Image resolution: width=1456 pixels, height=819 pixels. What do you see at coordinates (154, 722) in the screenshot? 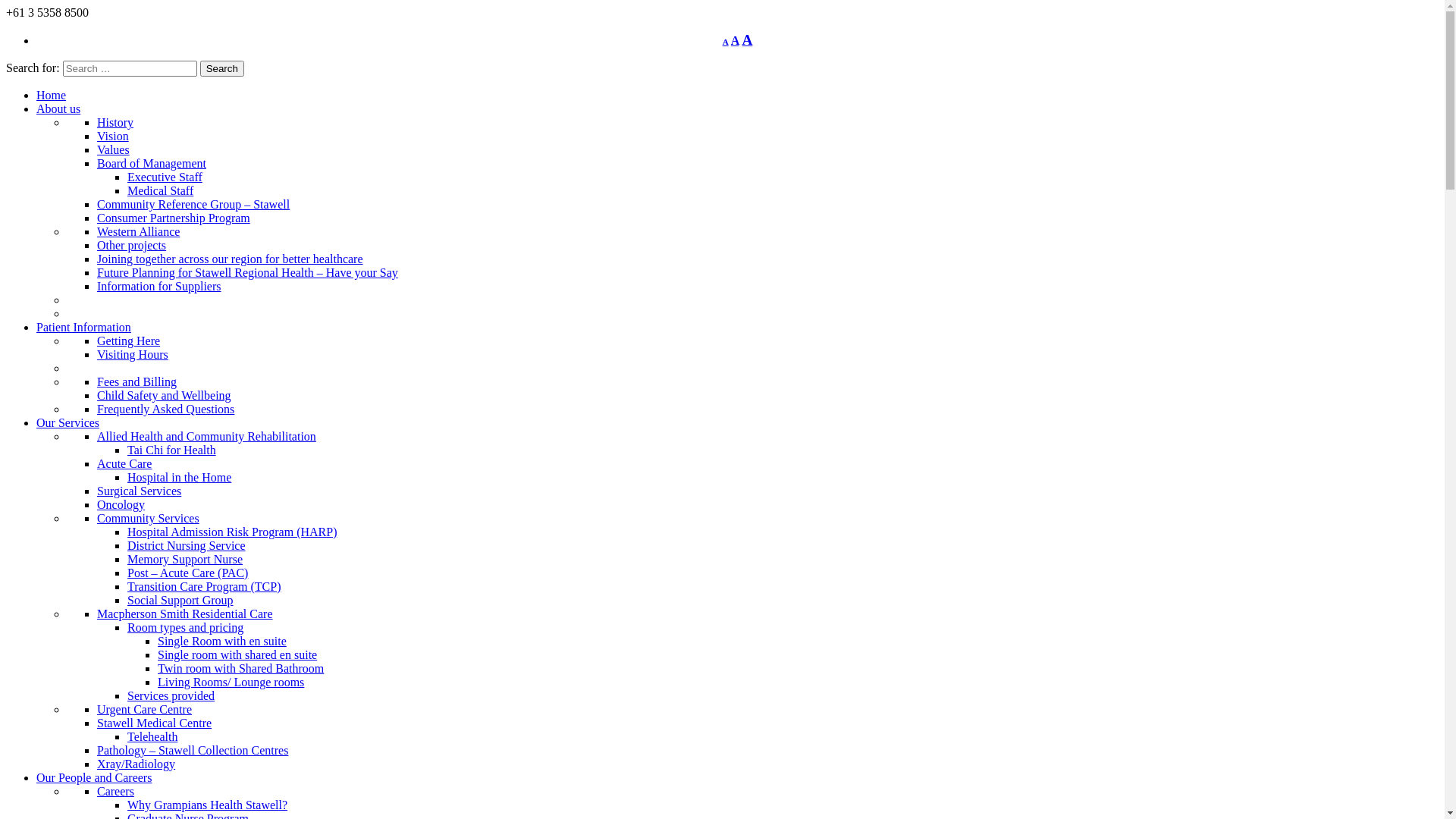
I see `'Stawell Medical Centre'` at bounding box center [154, 722].